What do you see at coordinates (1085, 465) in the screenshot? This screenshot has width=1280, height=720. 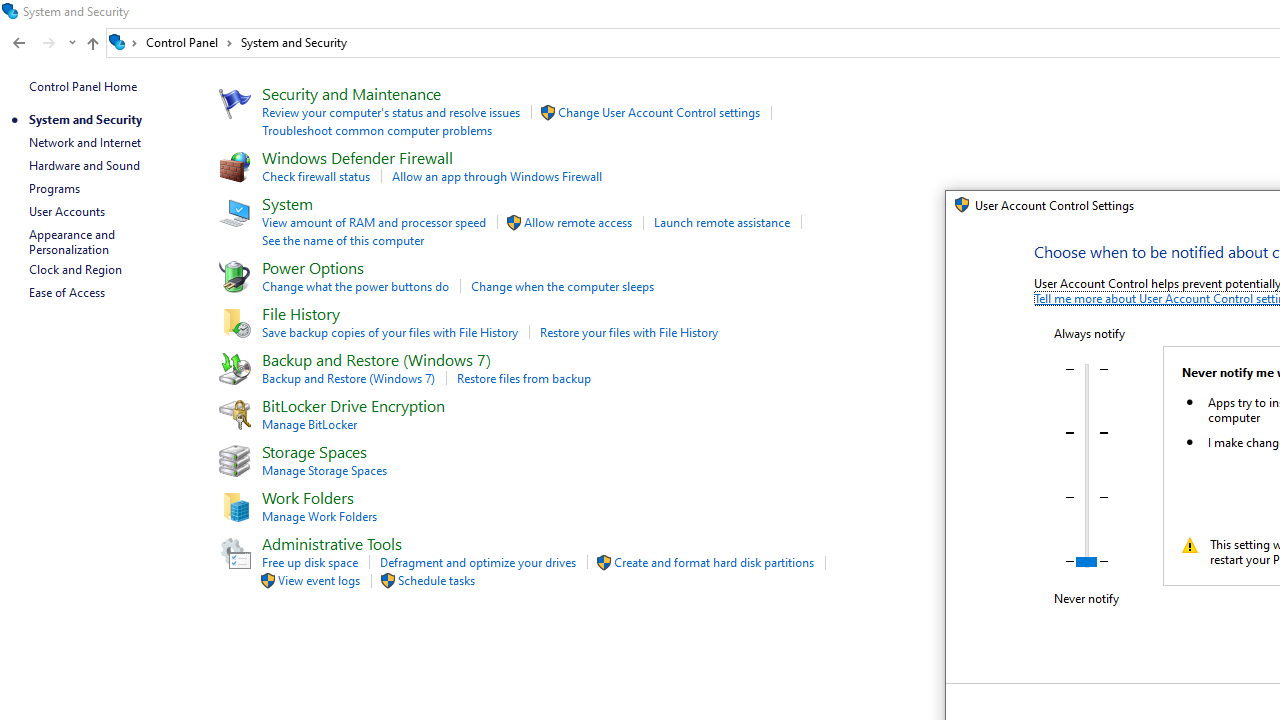 I see `'Notification level:'` at bounding box center [1085, 465].